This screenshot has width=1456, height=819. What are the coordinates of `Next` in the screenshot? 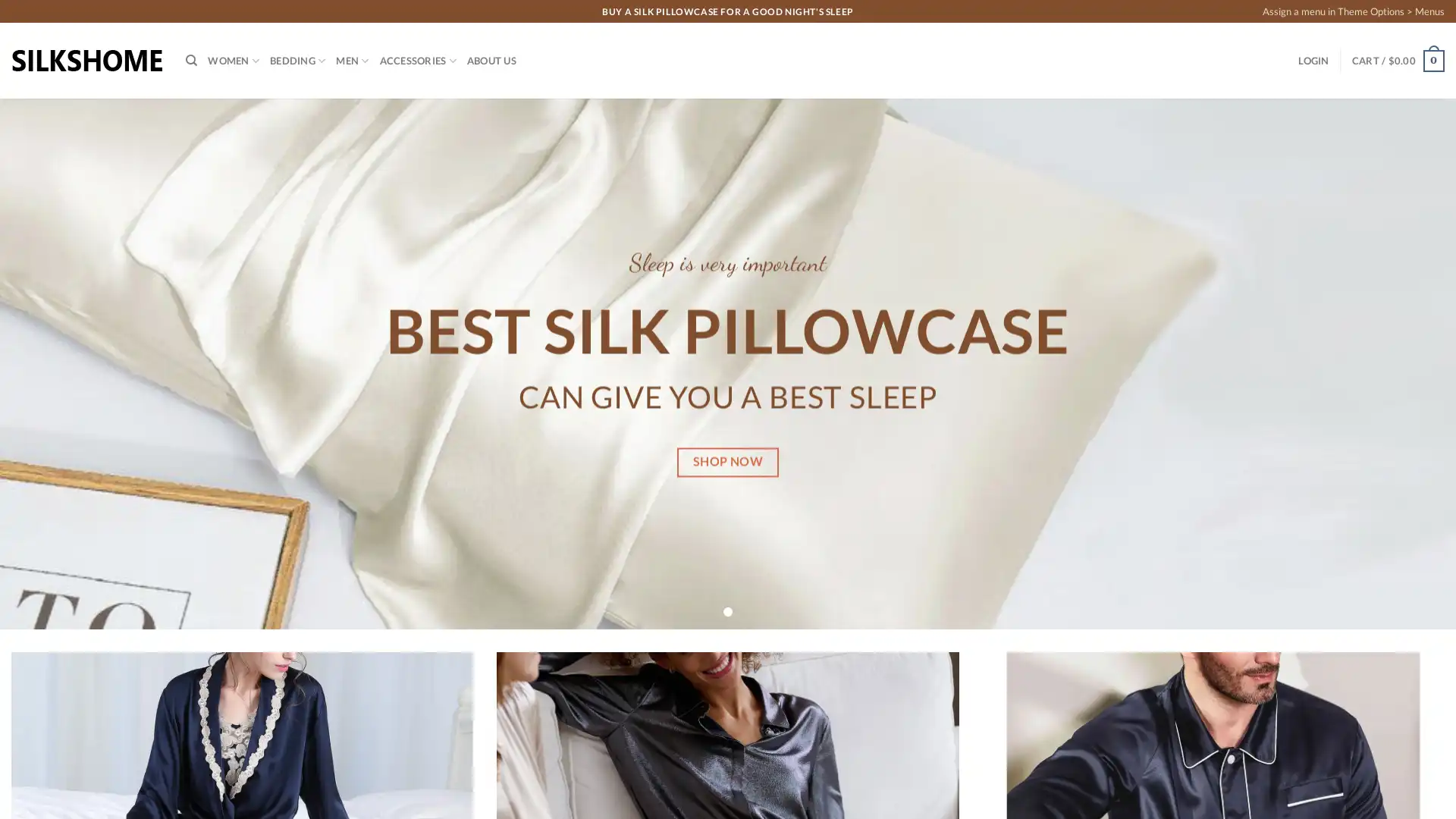 It's located at (1407, 363).